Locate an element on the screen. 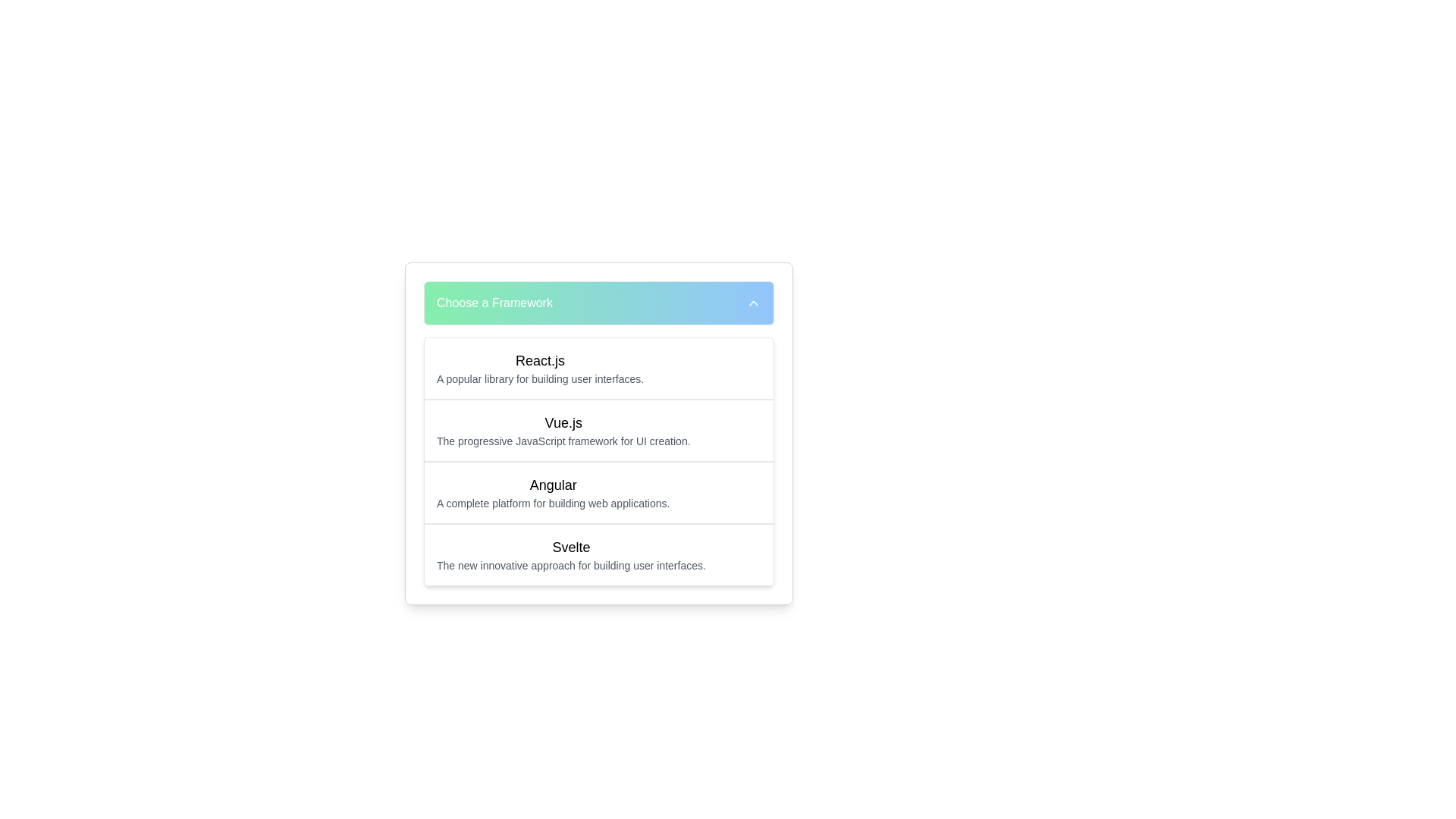  the text label reading 'React.js' that is styled bold and larger than surrounding text, positioned at the top of the list of frameworks in the 'Choose a Framework' panel is located at coordinates (540, 360).